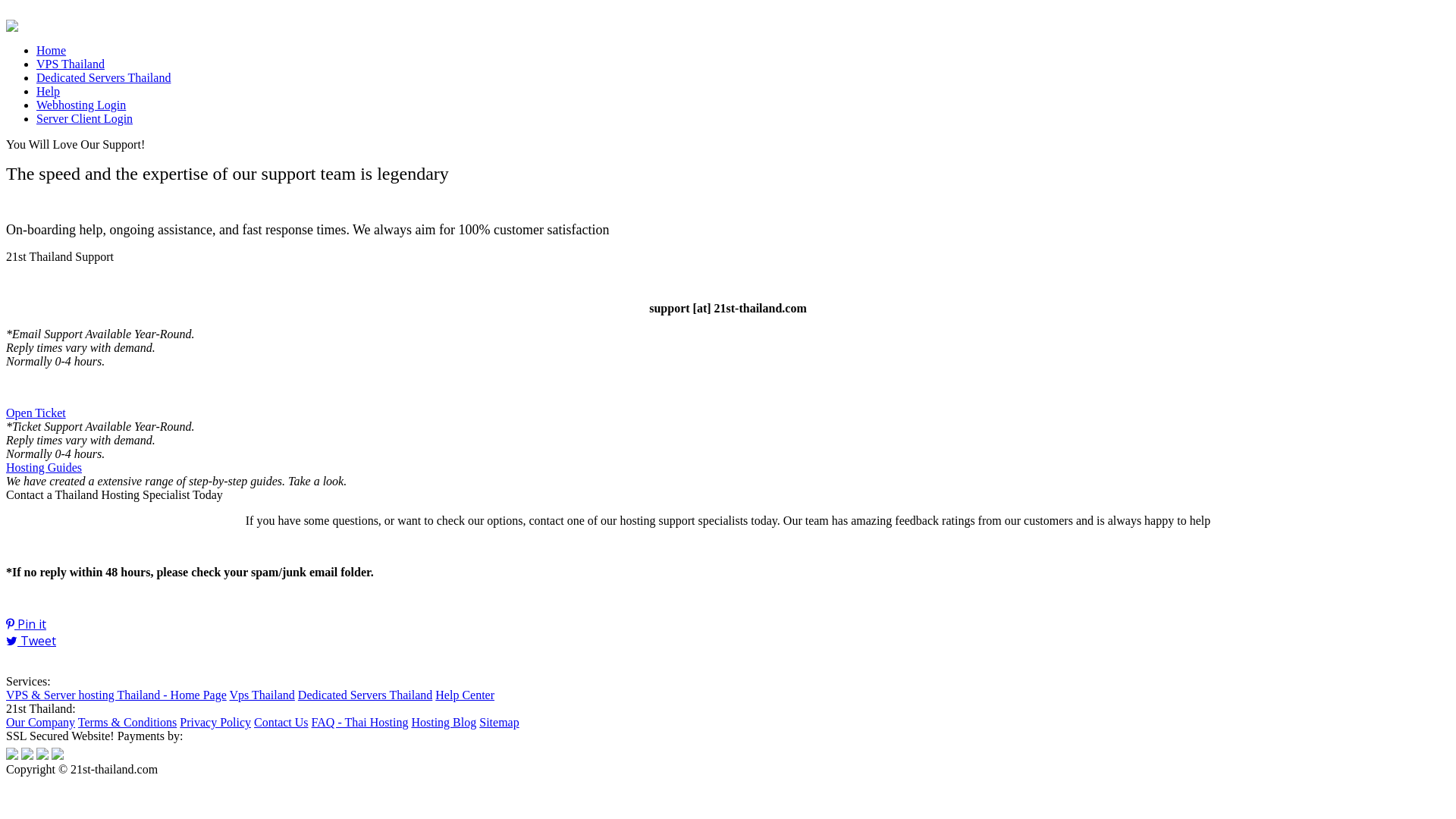  What do you see at coordinates (411, 721) in the screenshot?
I see `'Hosting Blog'` at bounding box center [411, 721].